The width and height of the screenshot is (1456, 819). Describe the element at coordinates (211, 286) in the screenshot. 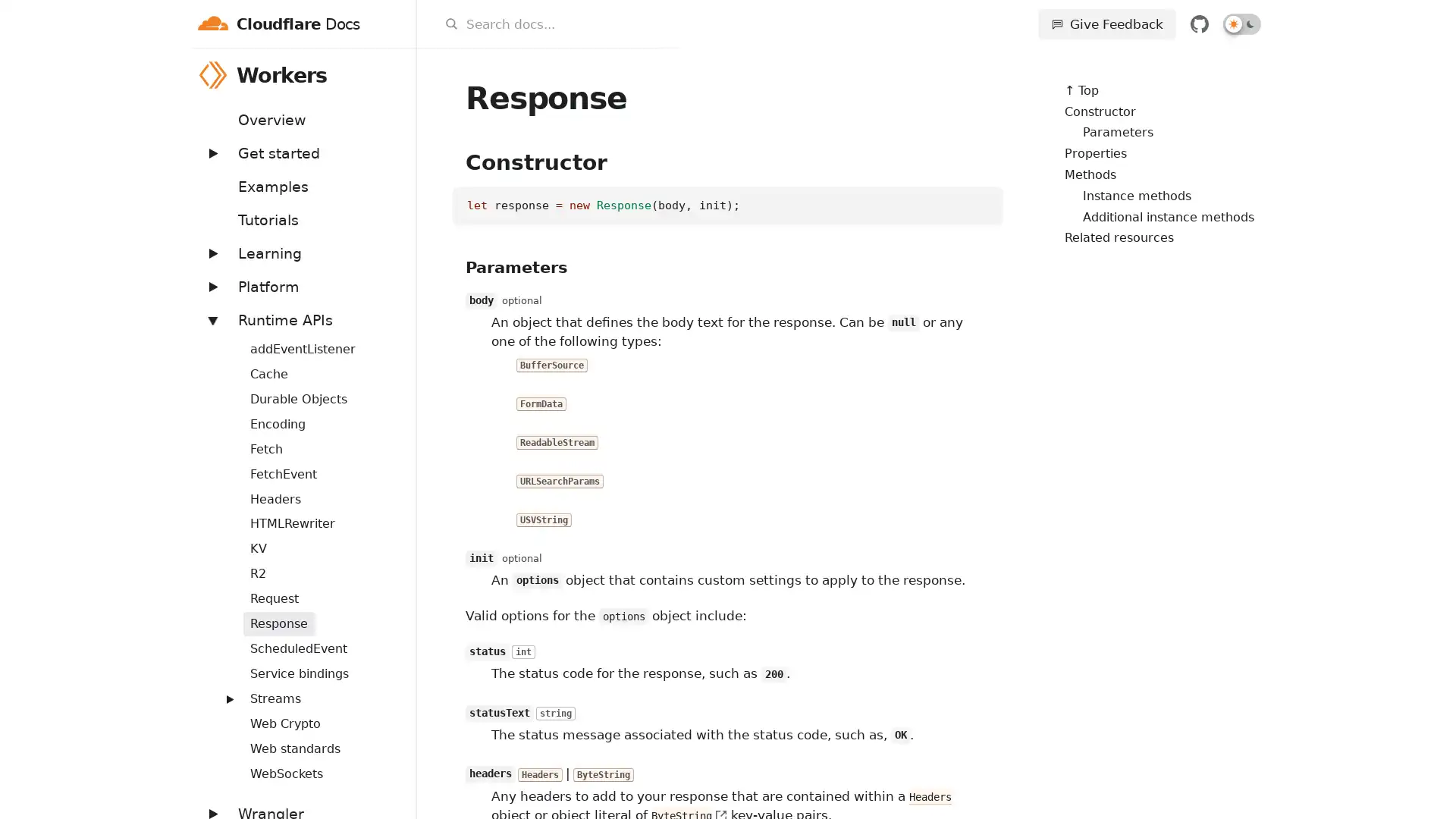

I see `Expand: Platform` at that location.